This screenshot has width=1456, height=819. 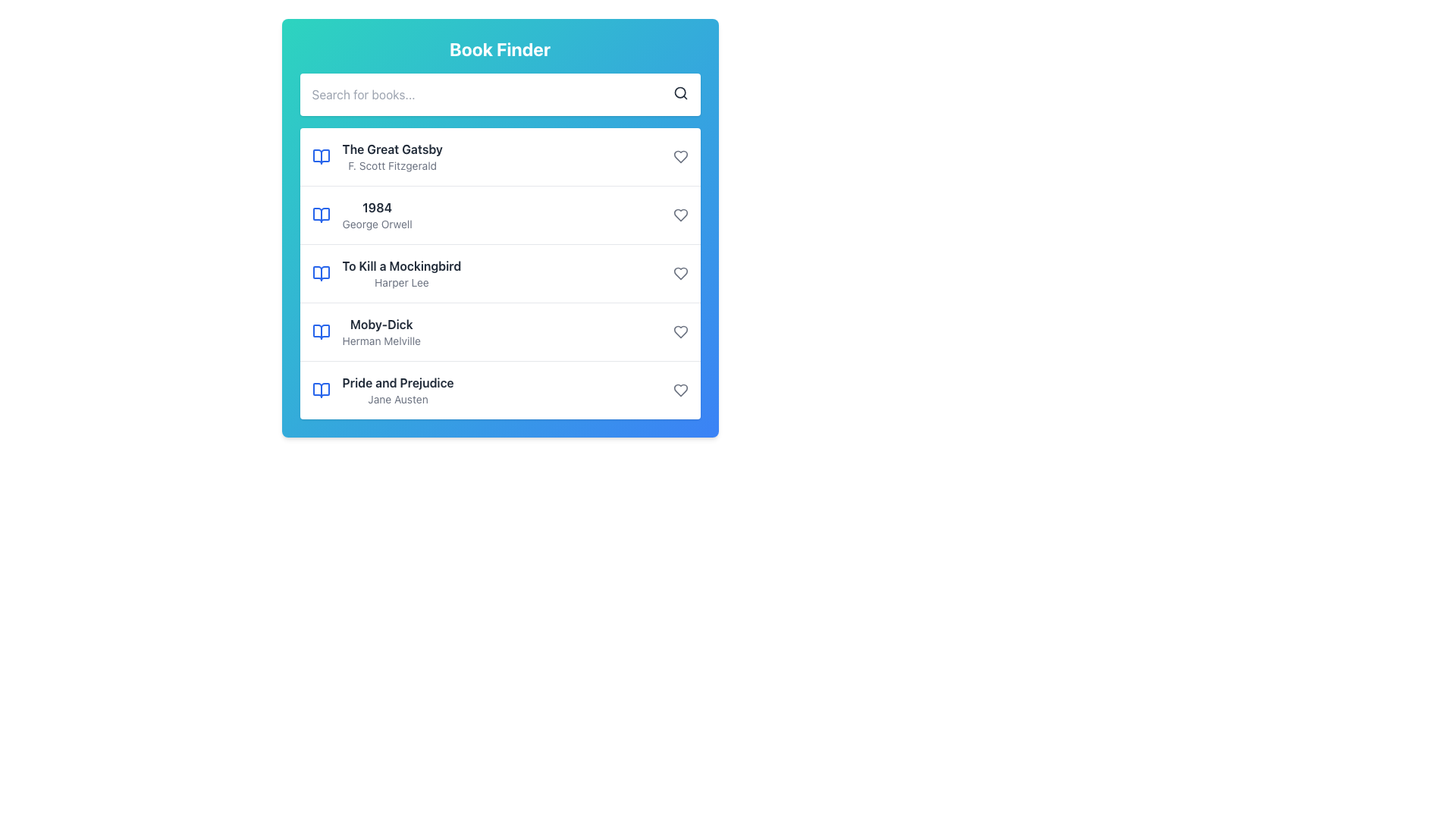 I want to click on title '1984' from the text label displayed in a bold font, which is the first entry in a list of book titles, so click(x=377, y=207).